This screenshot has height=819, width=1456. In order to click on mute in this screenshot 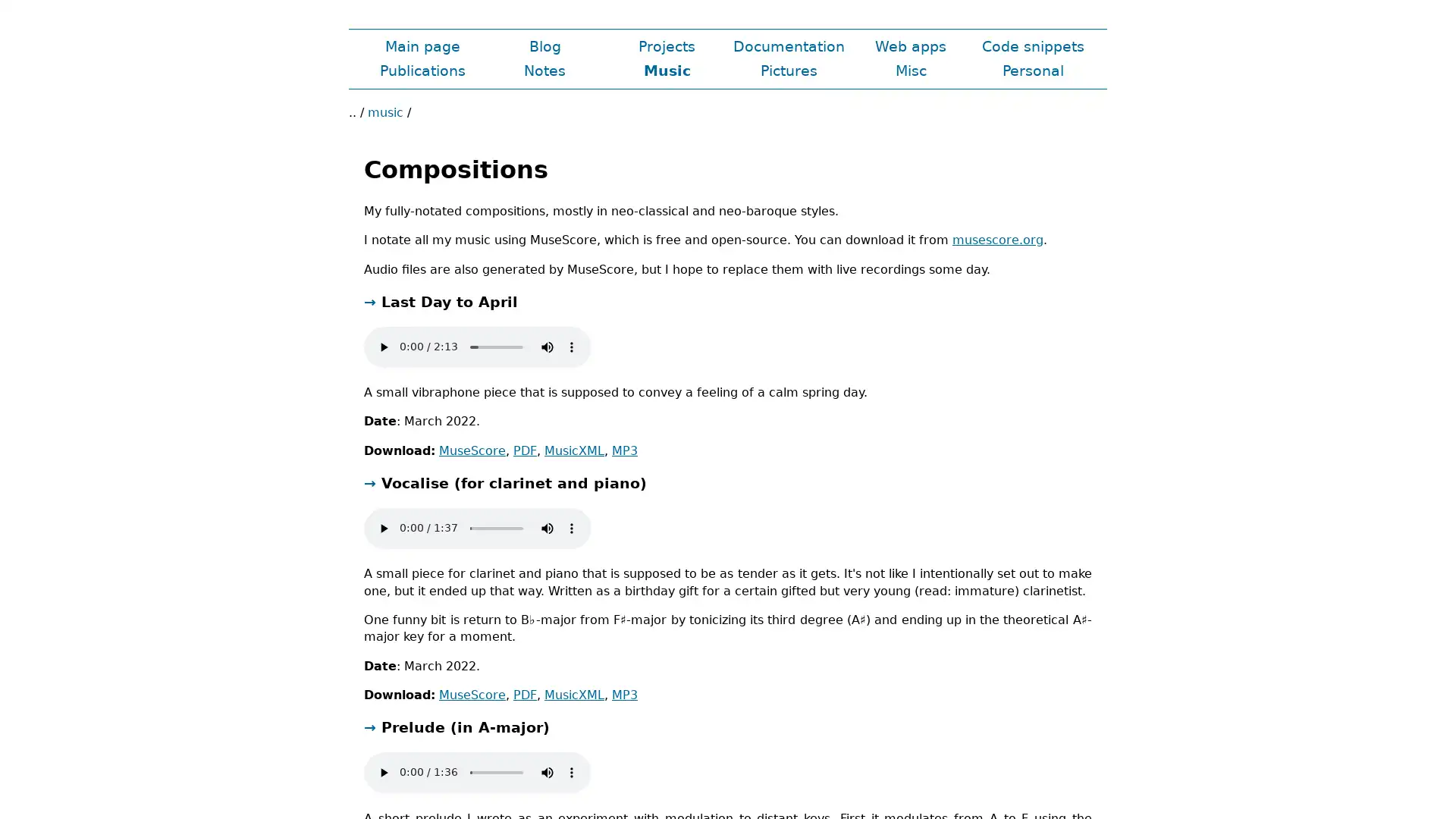, I will do `click(546, 346)`.